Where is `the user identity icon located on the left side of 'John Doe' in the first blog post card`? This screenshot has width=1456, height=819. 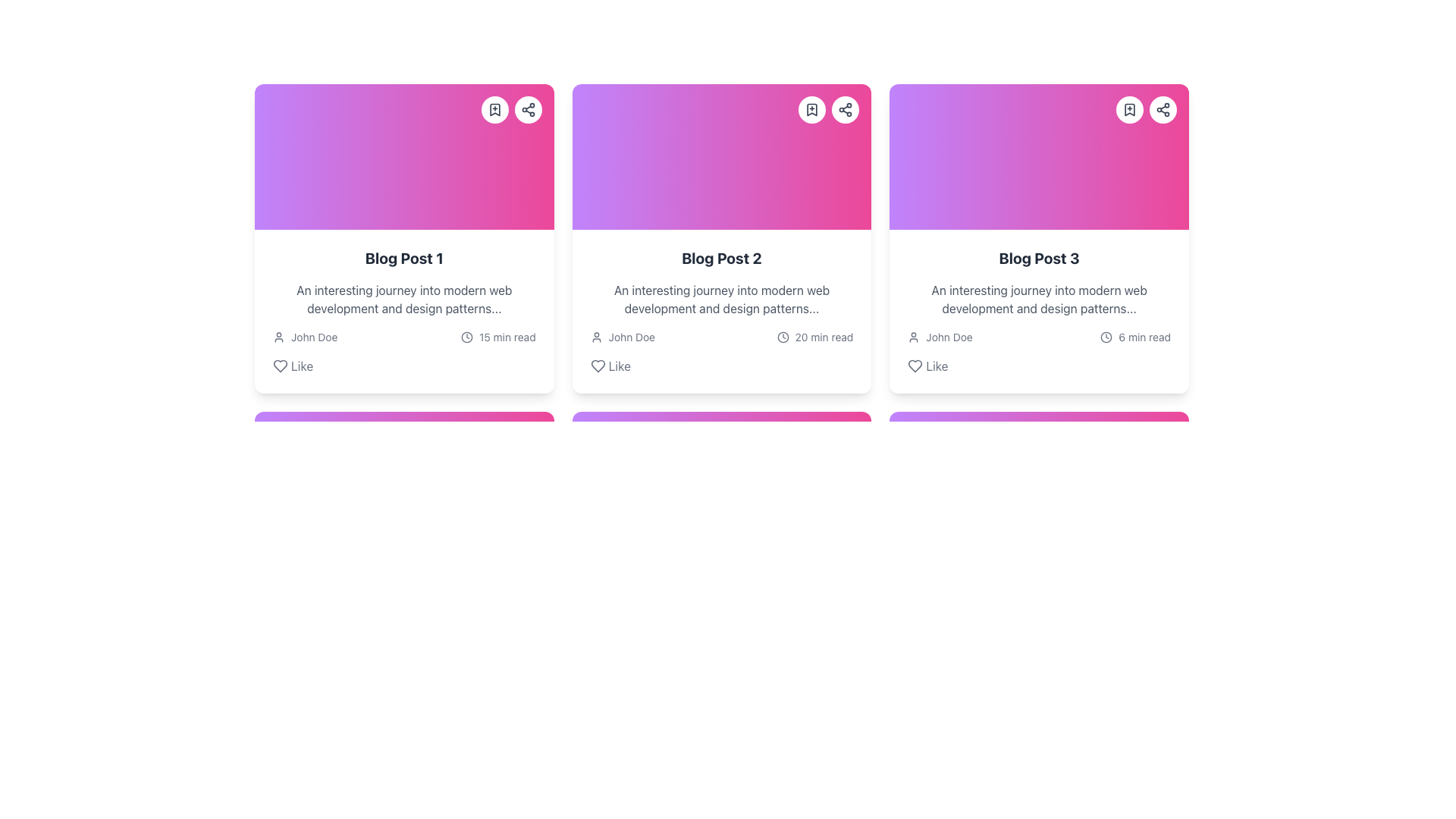 the user identity icon located on the left side of 'John Doe' in the first blog post card is located at coordinates (279, 336).